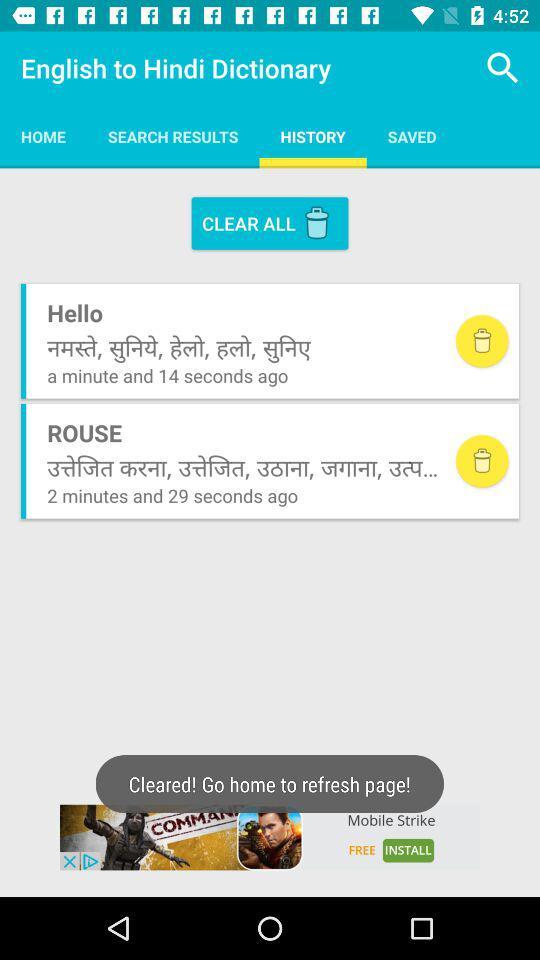  What do you see at coordinates (481, 461) in the screenshot?
I see `delete` at bounding box center [481, 461].